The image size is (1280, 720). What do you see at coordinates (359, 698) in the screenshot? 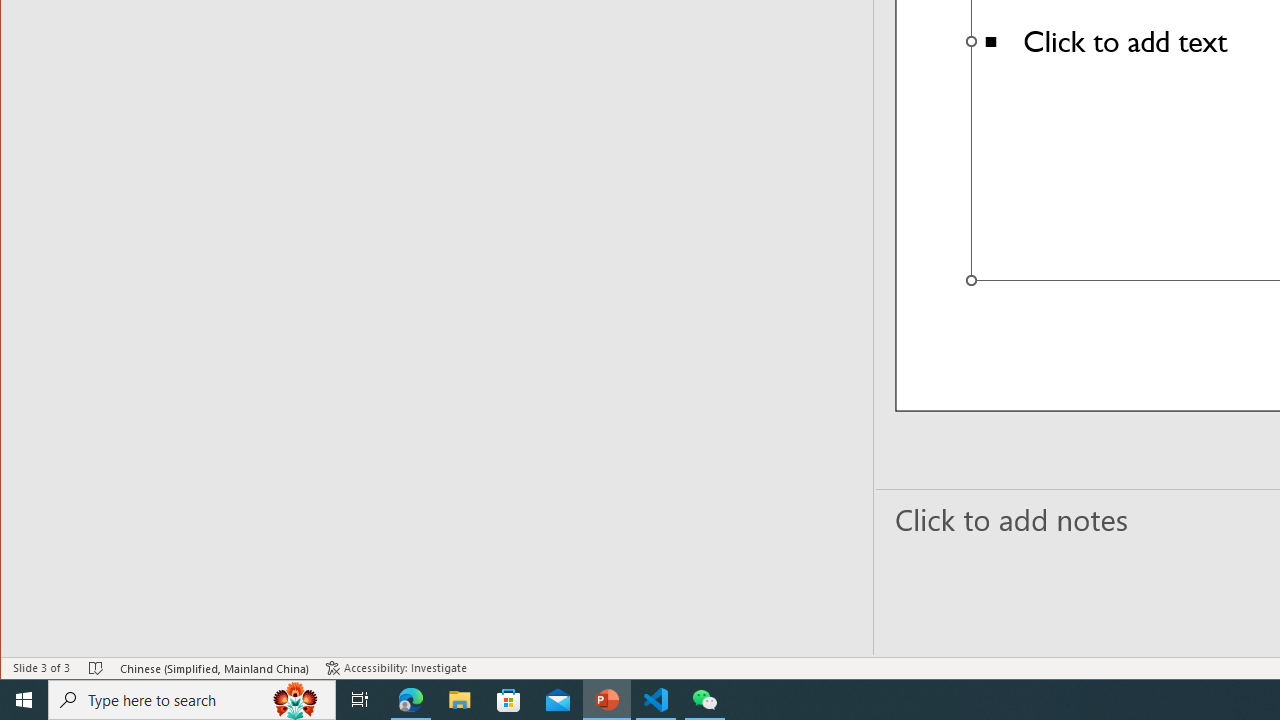
I see `'Task View'` at bounding box center [359, 698].